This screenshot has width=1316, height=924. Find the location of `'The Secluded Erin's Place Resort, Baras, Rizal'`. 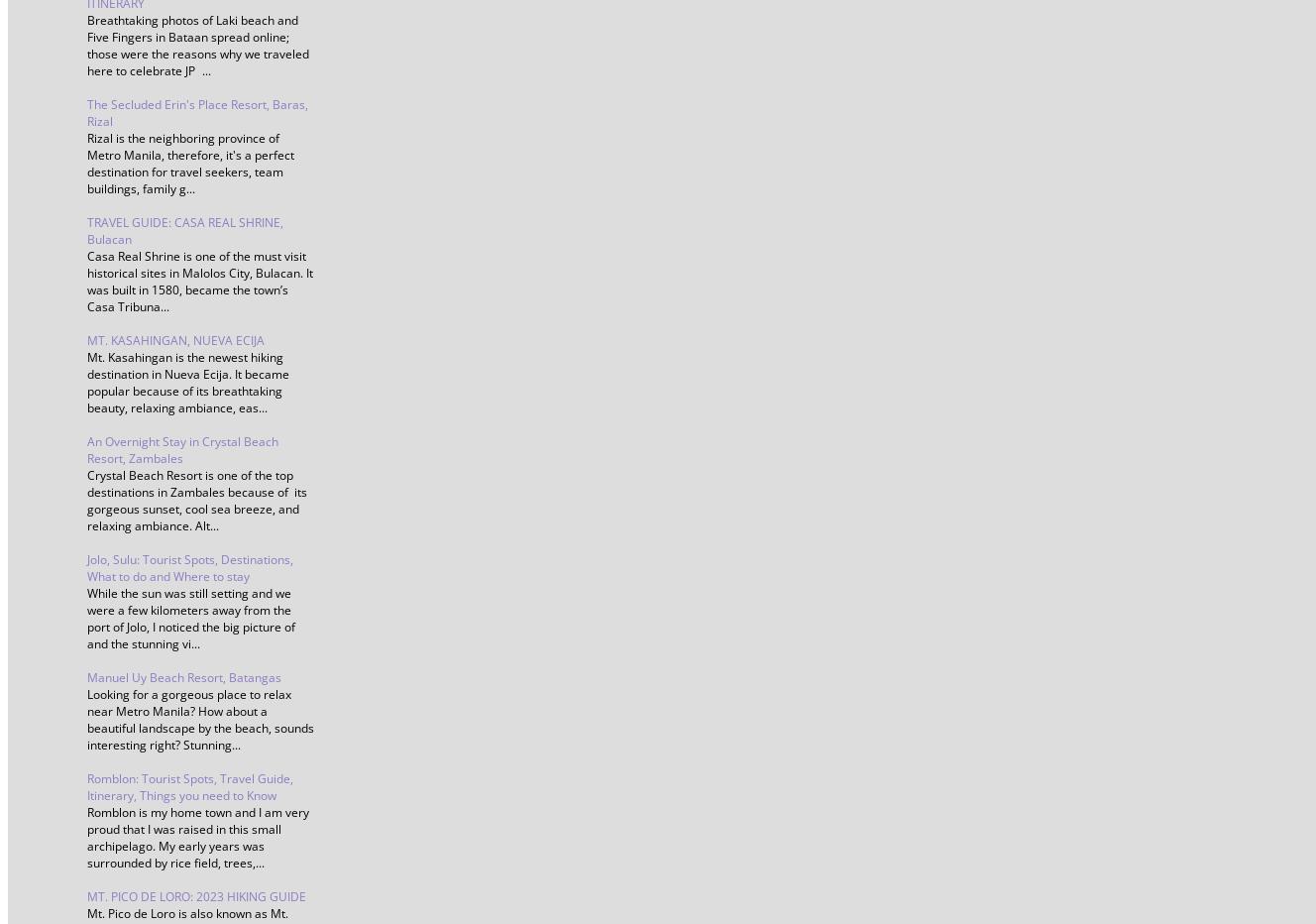

'The Secluded Erin's Place Resort, Baras, Rizal' is located at coordinates (197, 112).